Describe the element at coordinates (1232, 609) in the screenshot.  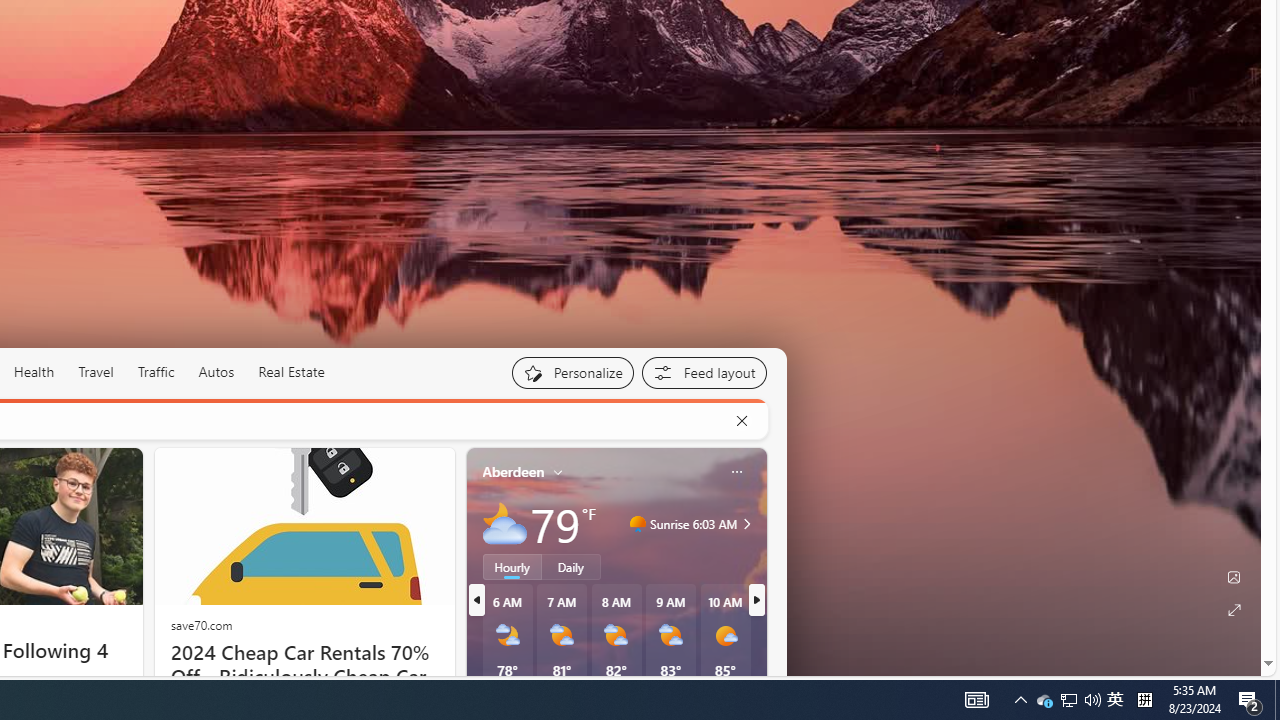
I see `'Expand background'` at that location.